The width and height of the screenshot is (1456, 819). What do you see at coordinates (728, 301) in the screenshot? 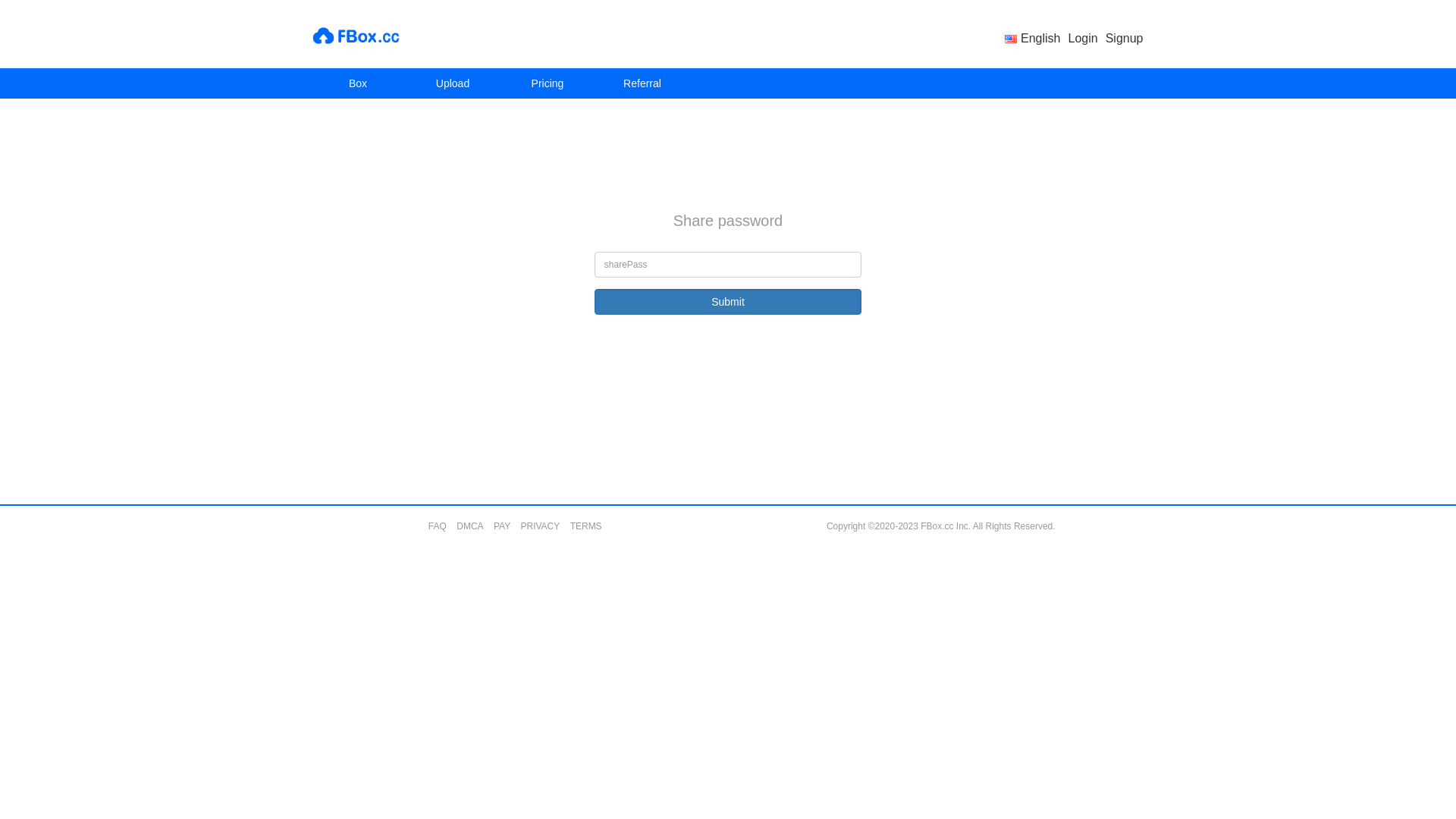
I see `'Submit'` at bounding box center [728, 301].